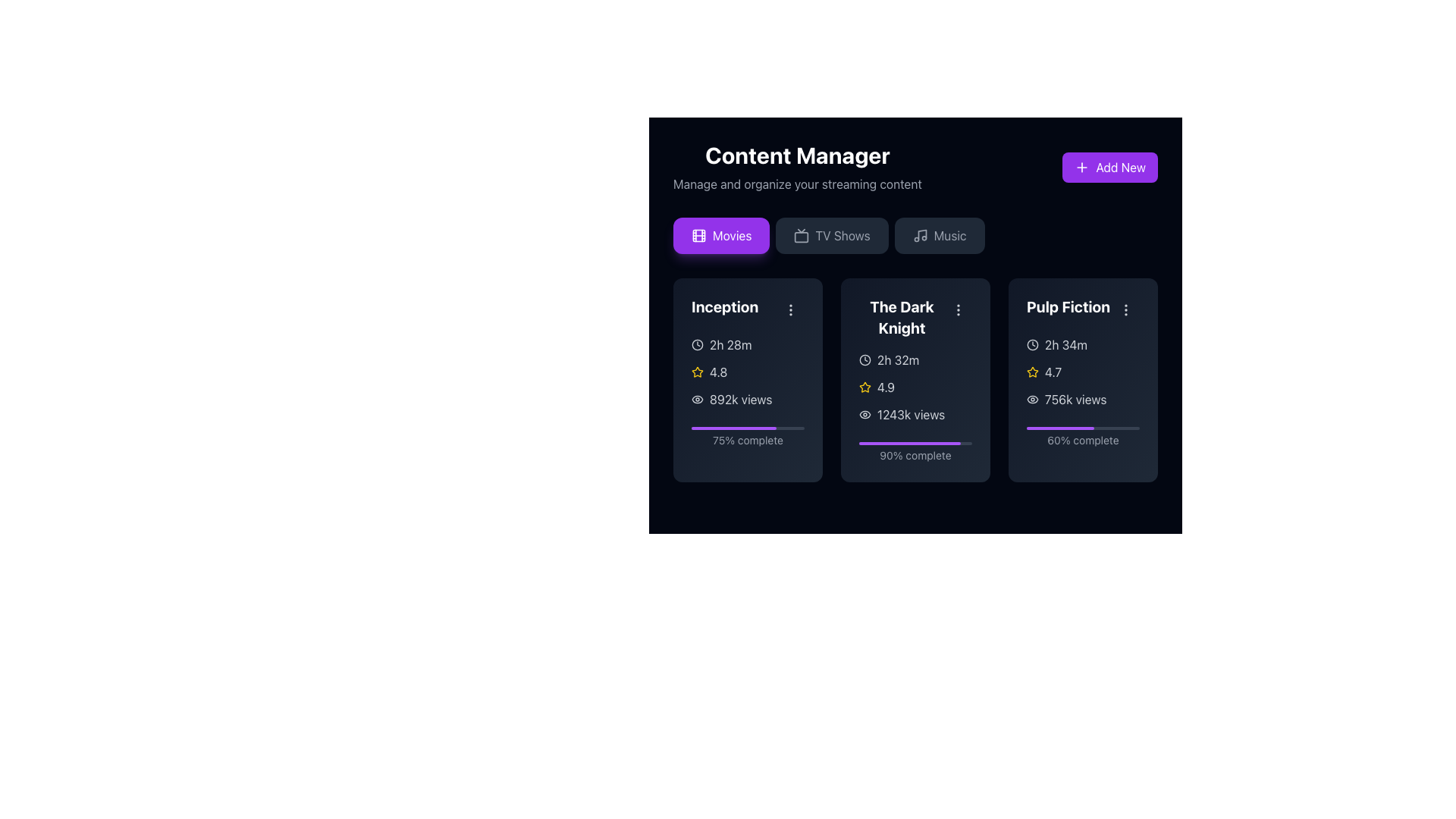 The width and height of the screenshot is (1456, 819). What do you see at coordinates (1032, 345) in the screenshot?
I see `the clock icon located in the third card related to the 'Pulp Fiction' movie, which is represented by a circular outline with clock hands, situated before the text '2h 34m'` at bounding box center [1032, 345].